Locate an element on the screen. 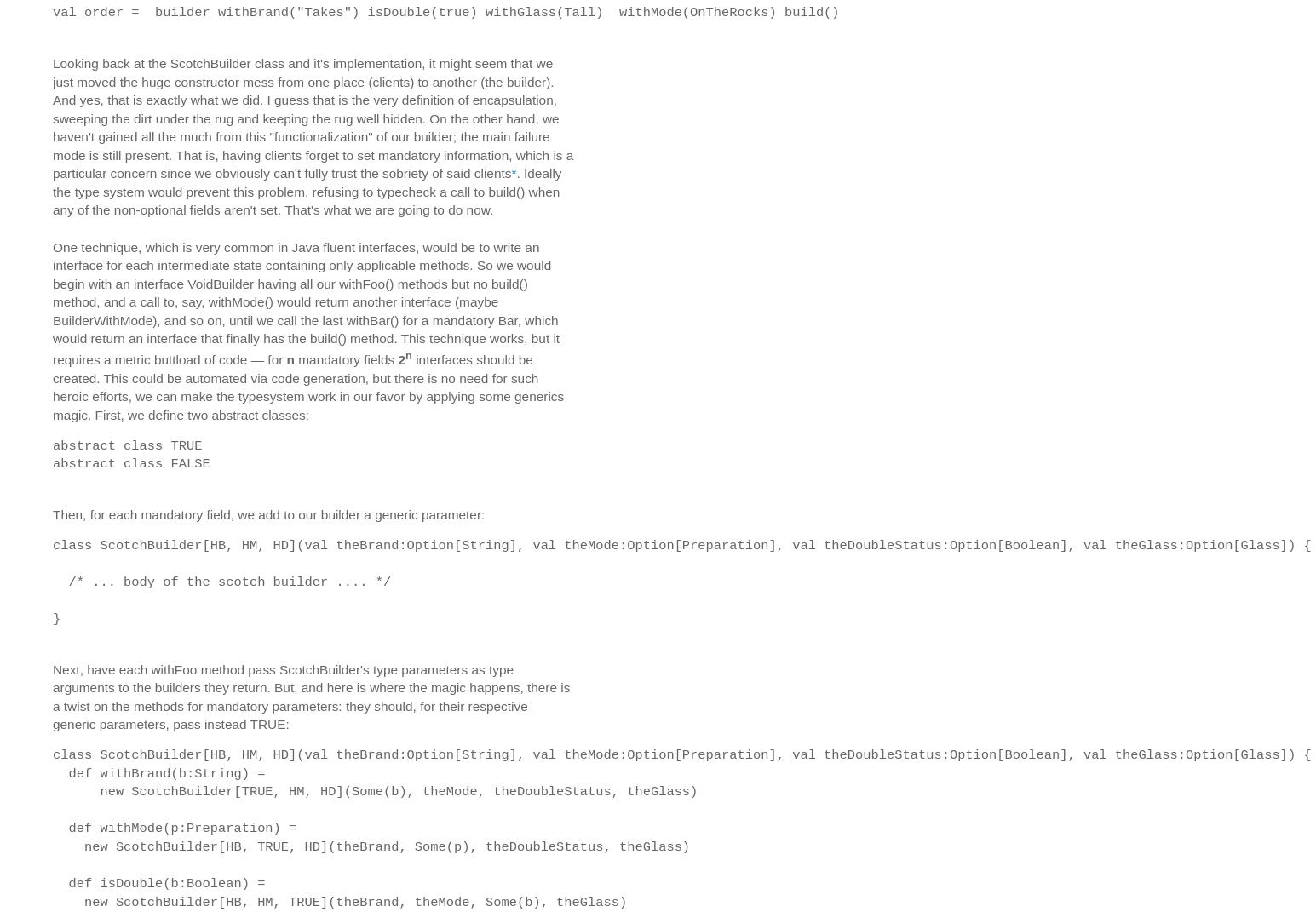 The height and width of the screenshot is (912, 1316). 'def withBrand(b:String) =' is located at coordinates (162, 772).